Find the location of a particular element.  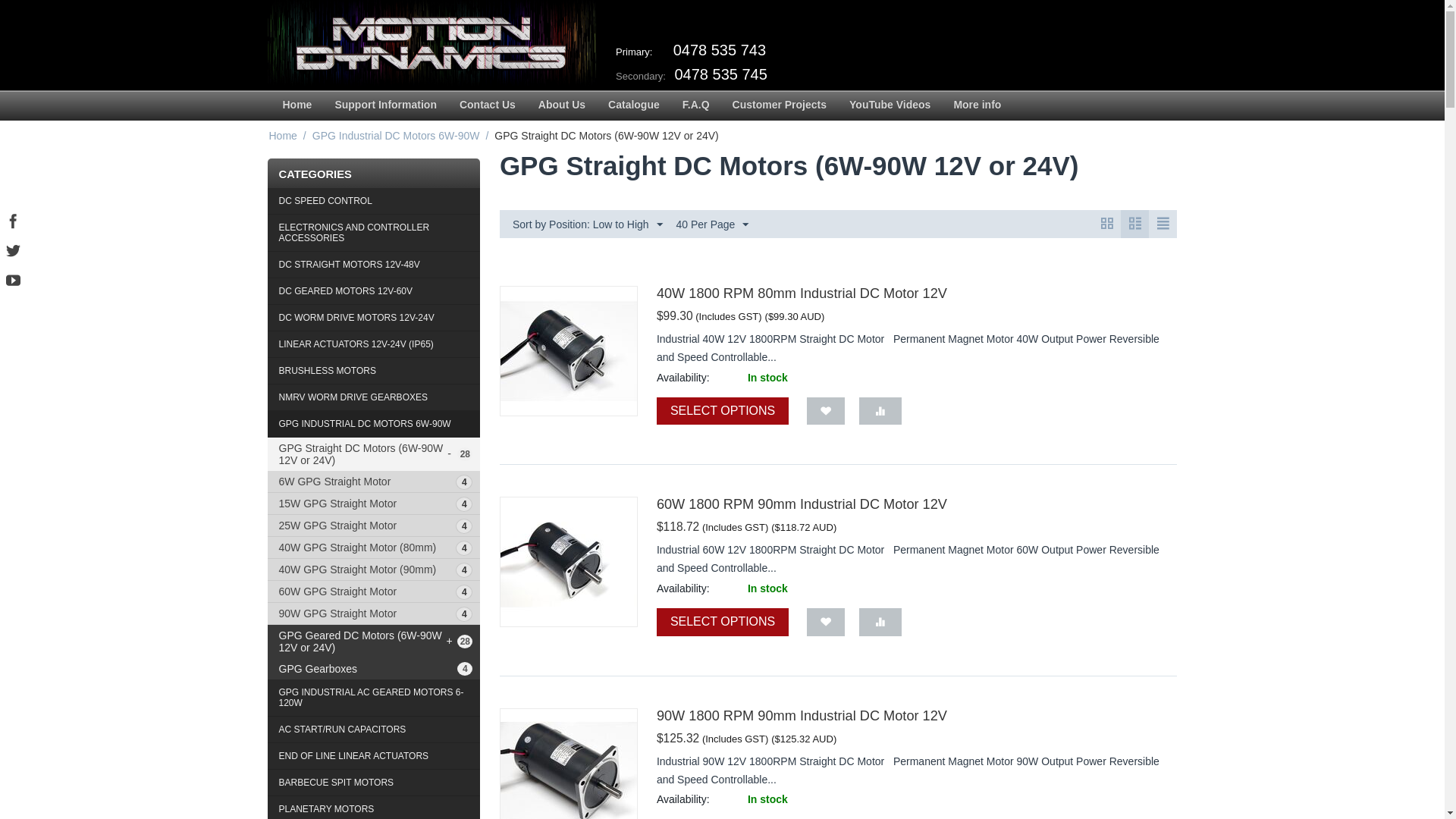

'YouTube Videos' is located at coordinates (836, 105).